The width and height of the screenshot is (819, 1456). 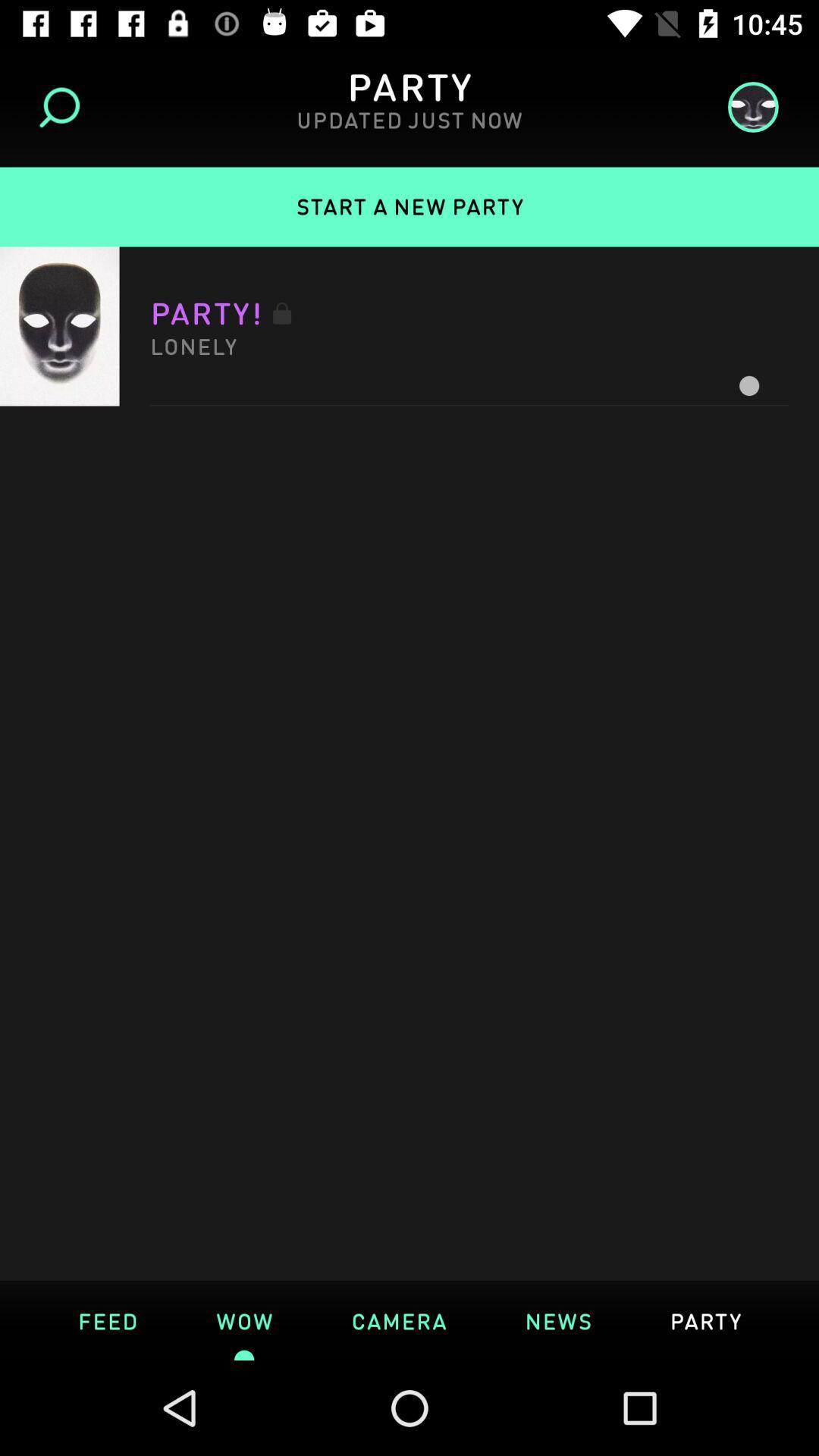 What do you see at coordinates (64, 106) in the screenshot?
I see `search` at bounding box center [64, 106].